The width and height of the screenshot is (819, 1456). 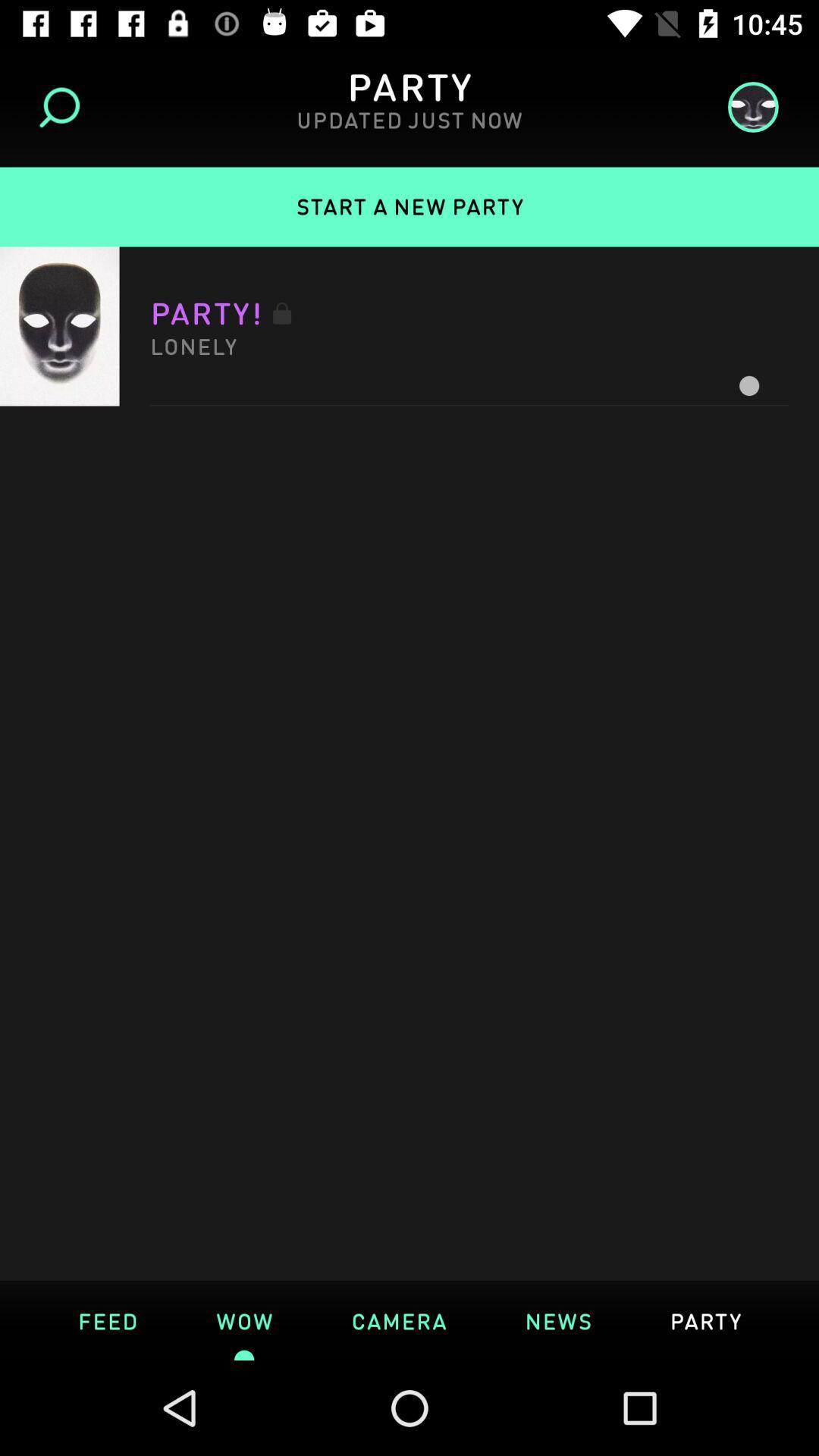 What do you see at coordinates (64, 106) in the screenshot?
I see `search` at bounding box center [64, 106].